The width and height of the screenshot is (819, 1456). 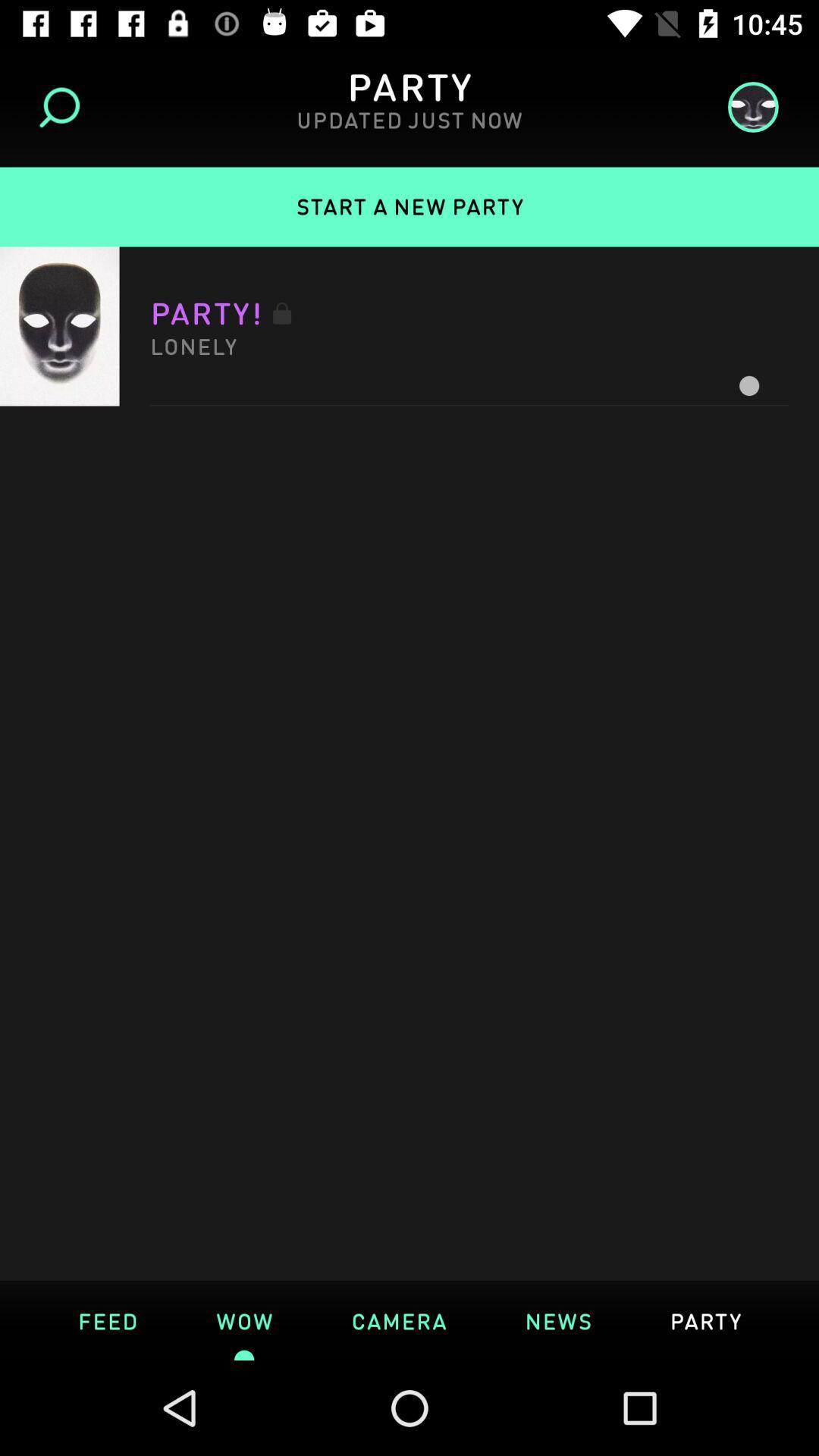 What do you see at coordinates (64, 106) in the screenshot?
I see `search` at bounding box center [64, 106].